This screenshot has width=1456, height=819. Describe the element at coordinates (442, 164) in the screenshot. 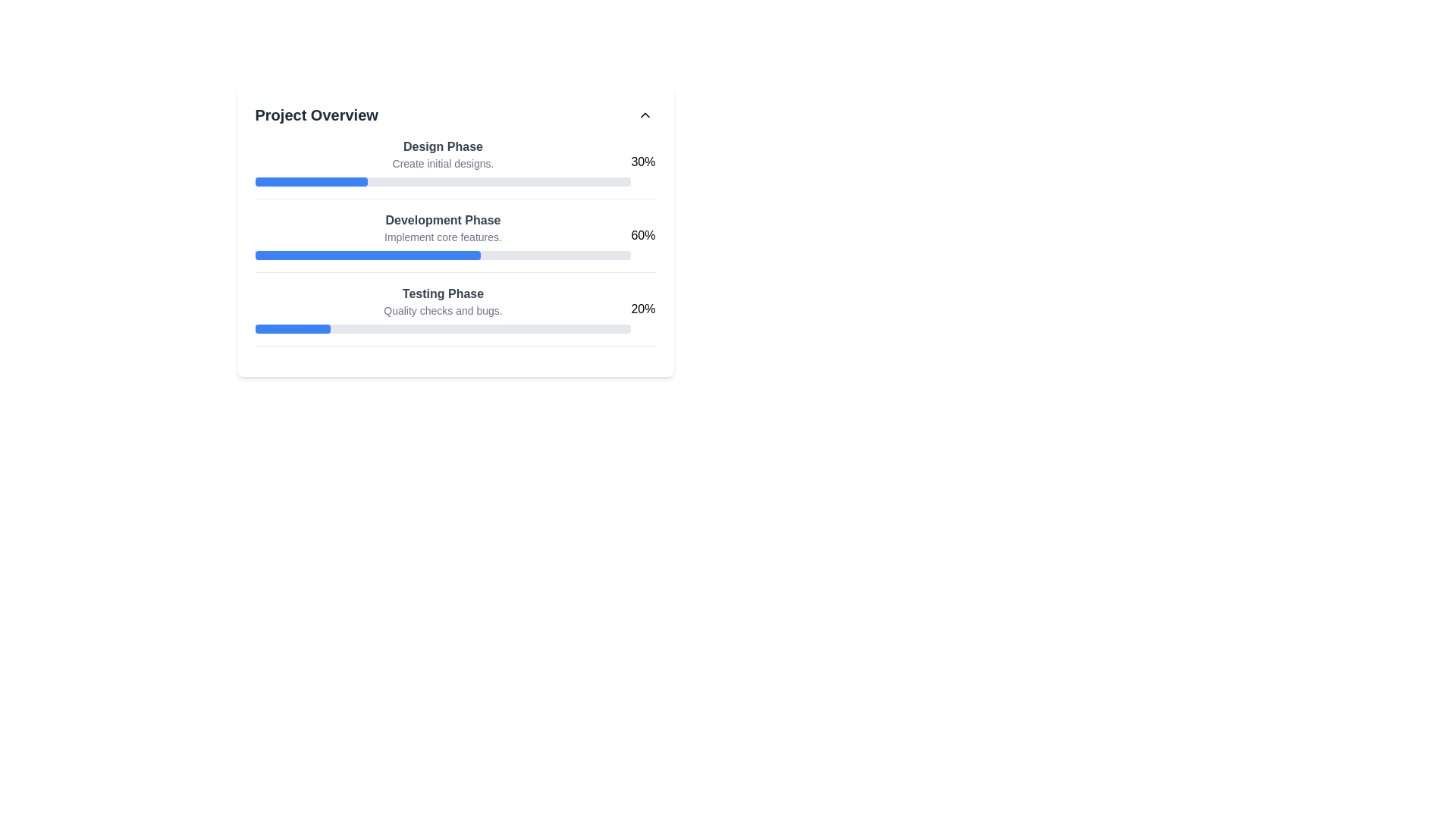

I see `the text label displaying 'Create initial designs.' located under the 'Design Phase' heading` at that location.